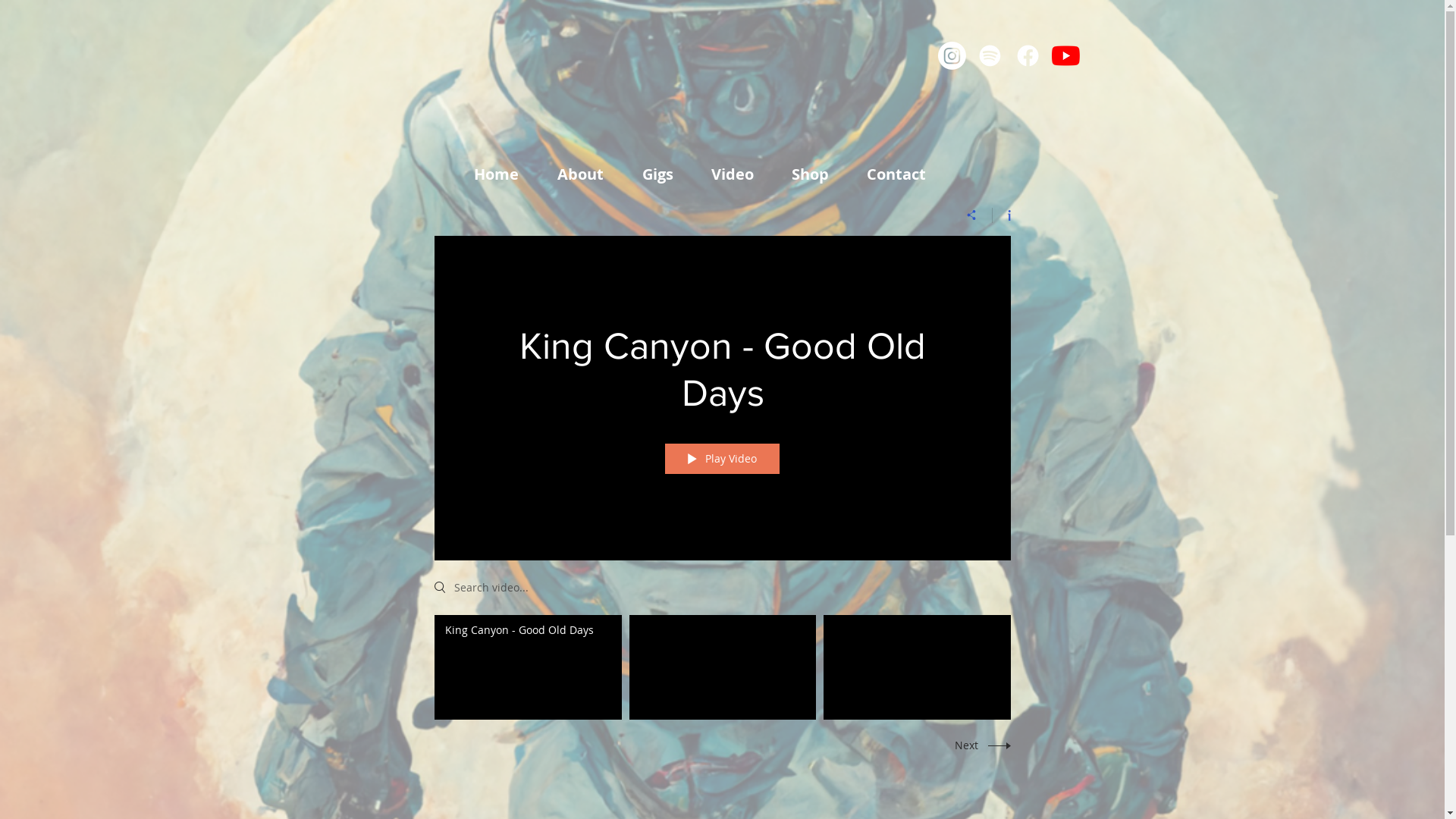 Image resolution: width=1456 pixels, height=819 pixels. What do you see at coordinates (504, 174) in the screenshot?
I see `'Home'` at bounding box center [504, 174].